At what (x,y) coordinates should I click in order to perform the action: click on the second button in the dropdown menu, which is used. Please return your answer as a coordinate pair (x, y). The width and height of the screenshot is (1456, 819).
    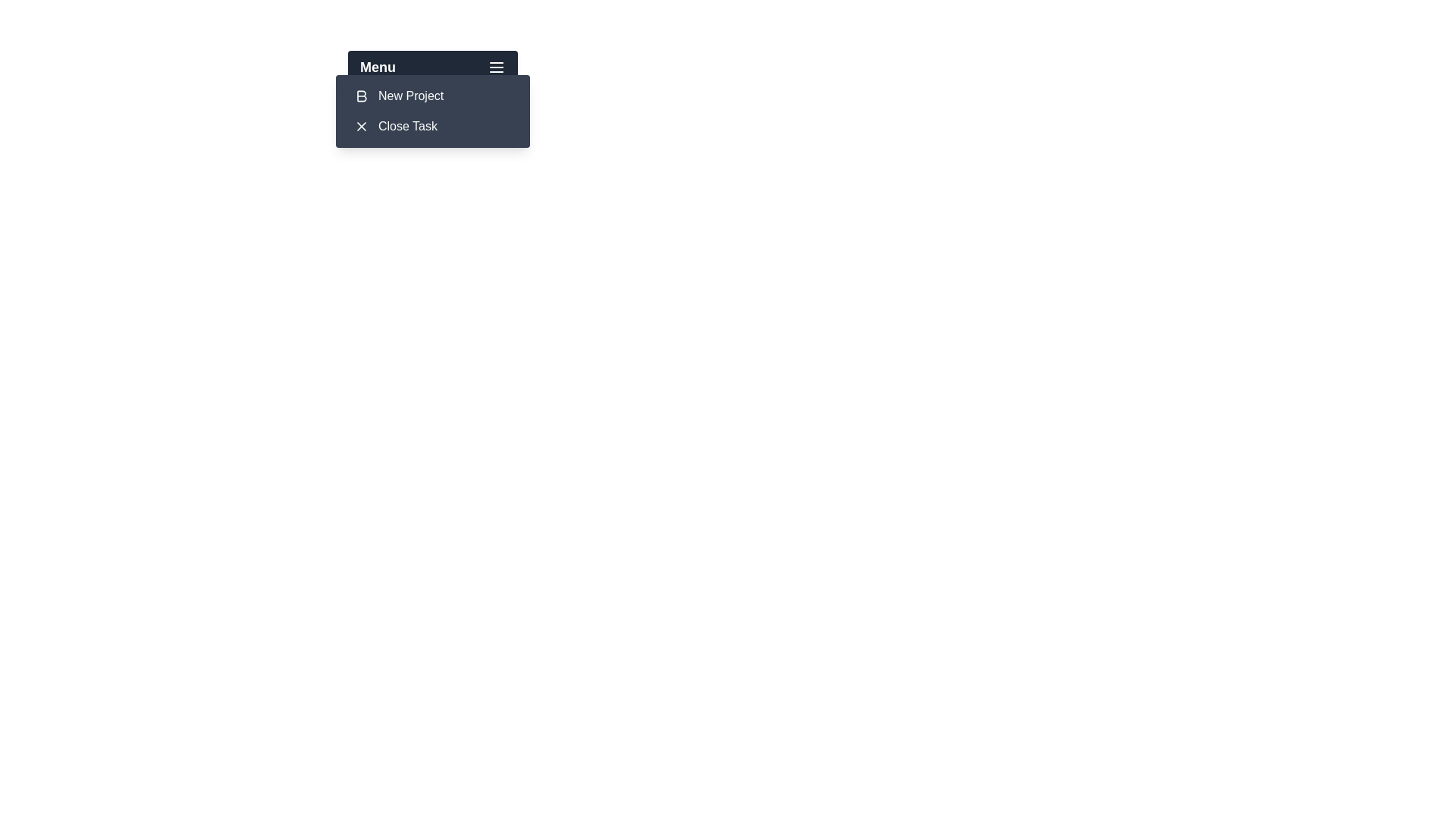
    Looking at the image, I should click on (432, 125).